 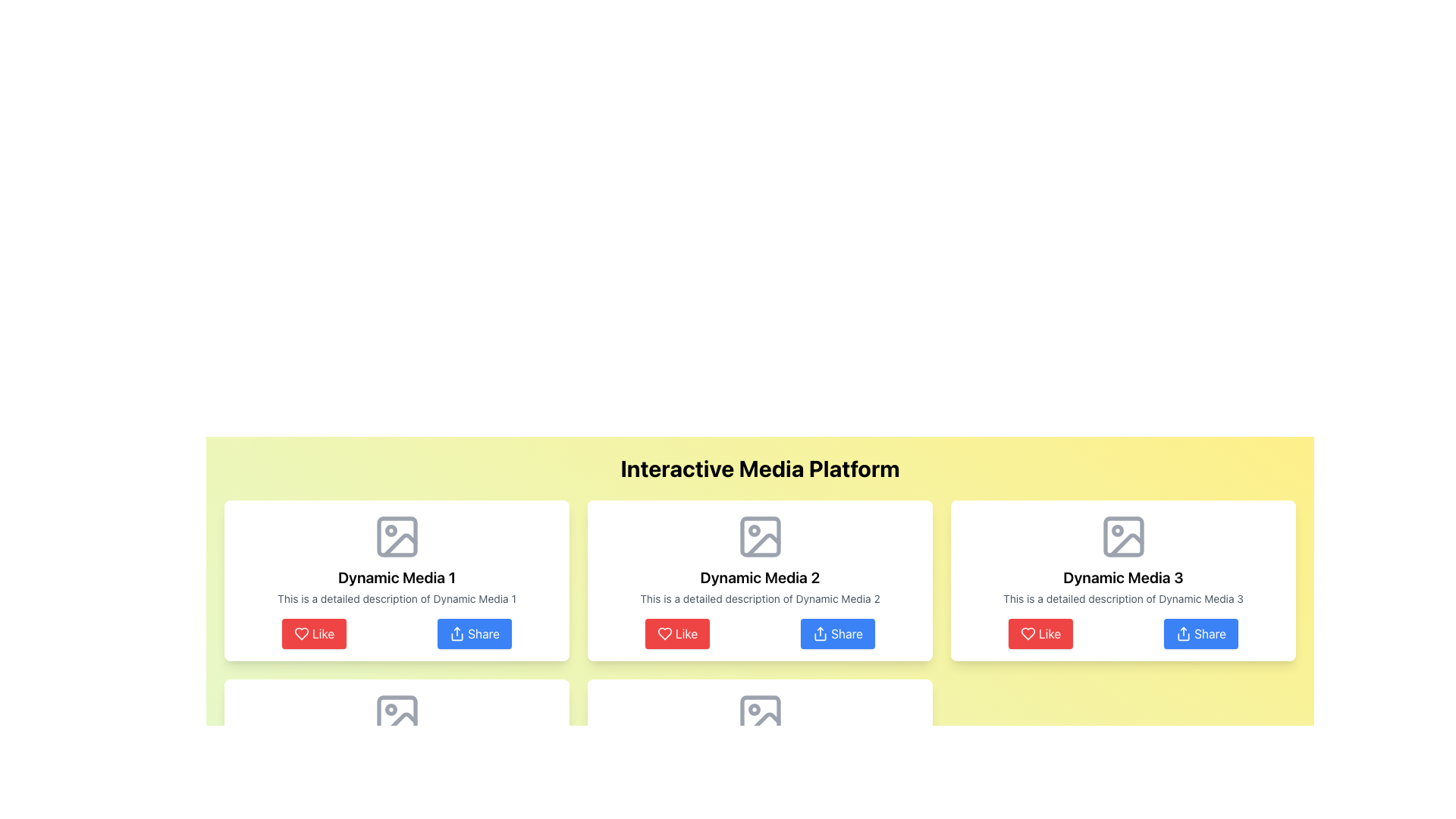 I want to click on text contained in the Content Card titled 'Dynamic Media 2', which includes a detailed description beneath it, so click(x=760, y=559).